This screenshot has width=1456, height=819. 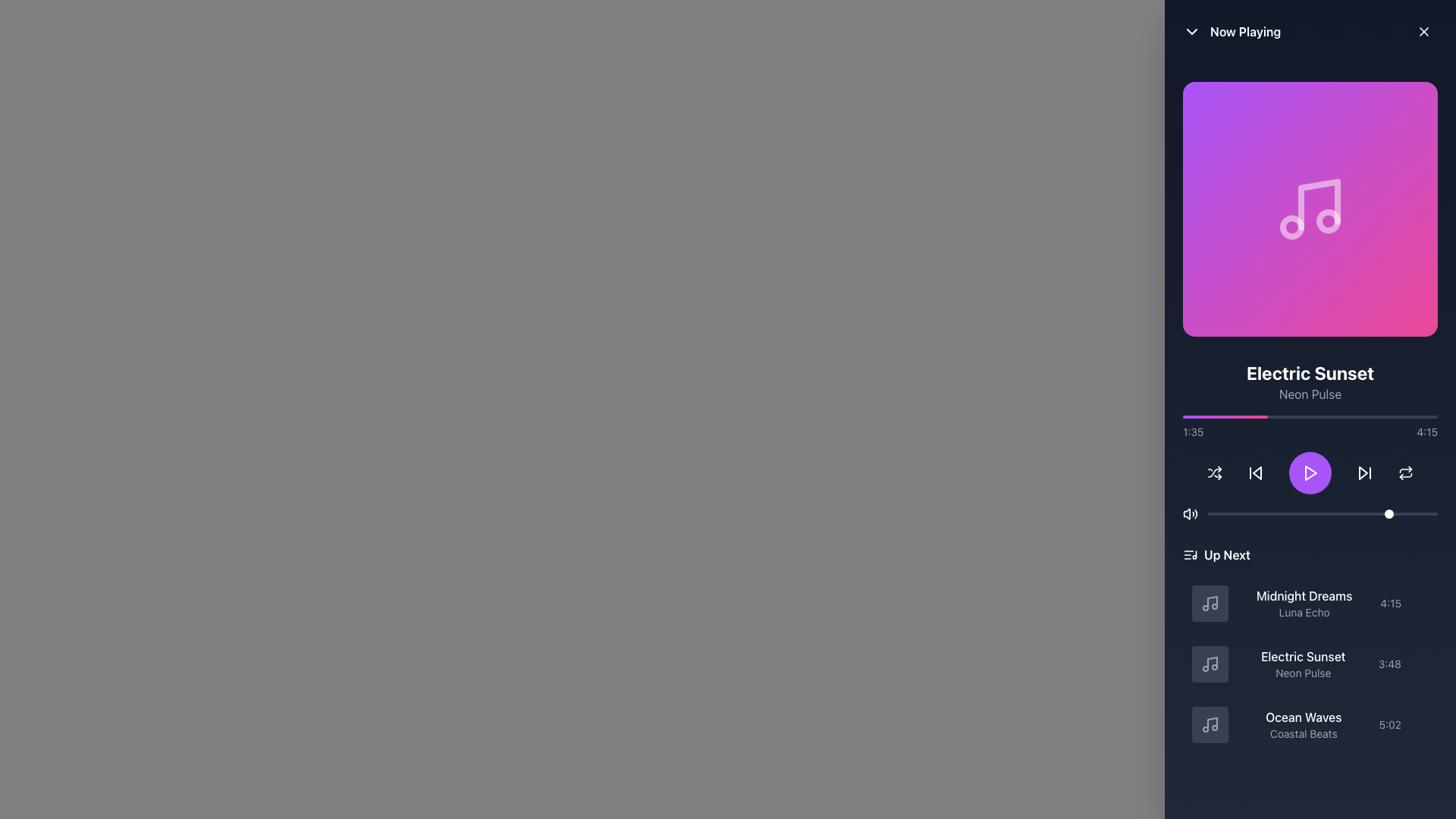 I want to click on the text label displaying the title 'Electric Sunset' and subtitle 'Neon Pulse', which is prominently located near the center of the right panel below the large music note artwork, so click(x=1310, y=381).